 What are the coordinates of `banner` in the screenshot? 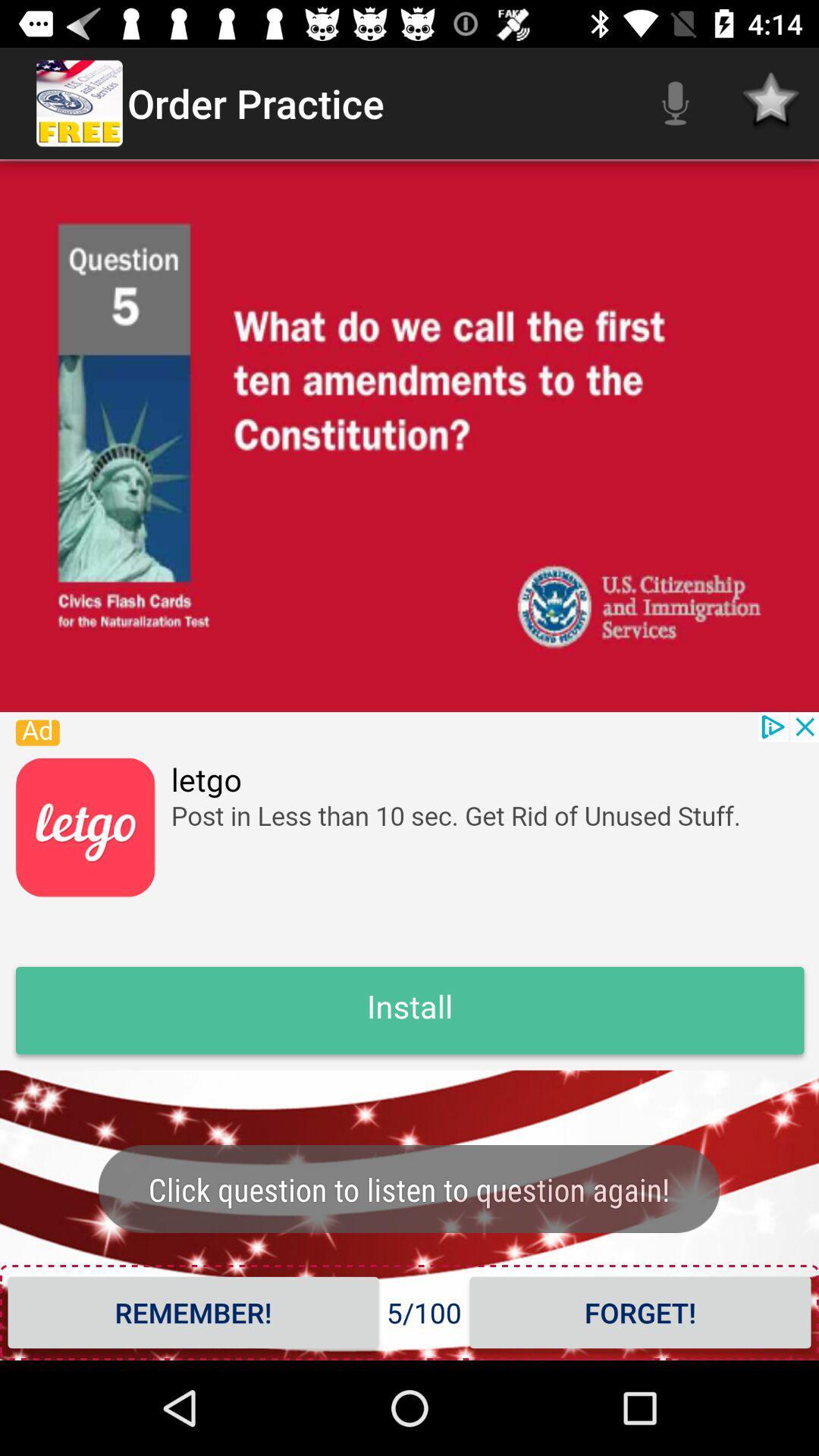 It's located at (409, 891).